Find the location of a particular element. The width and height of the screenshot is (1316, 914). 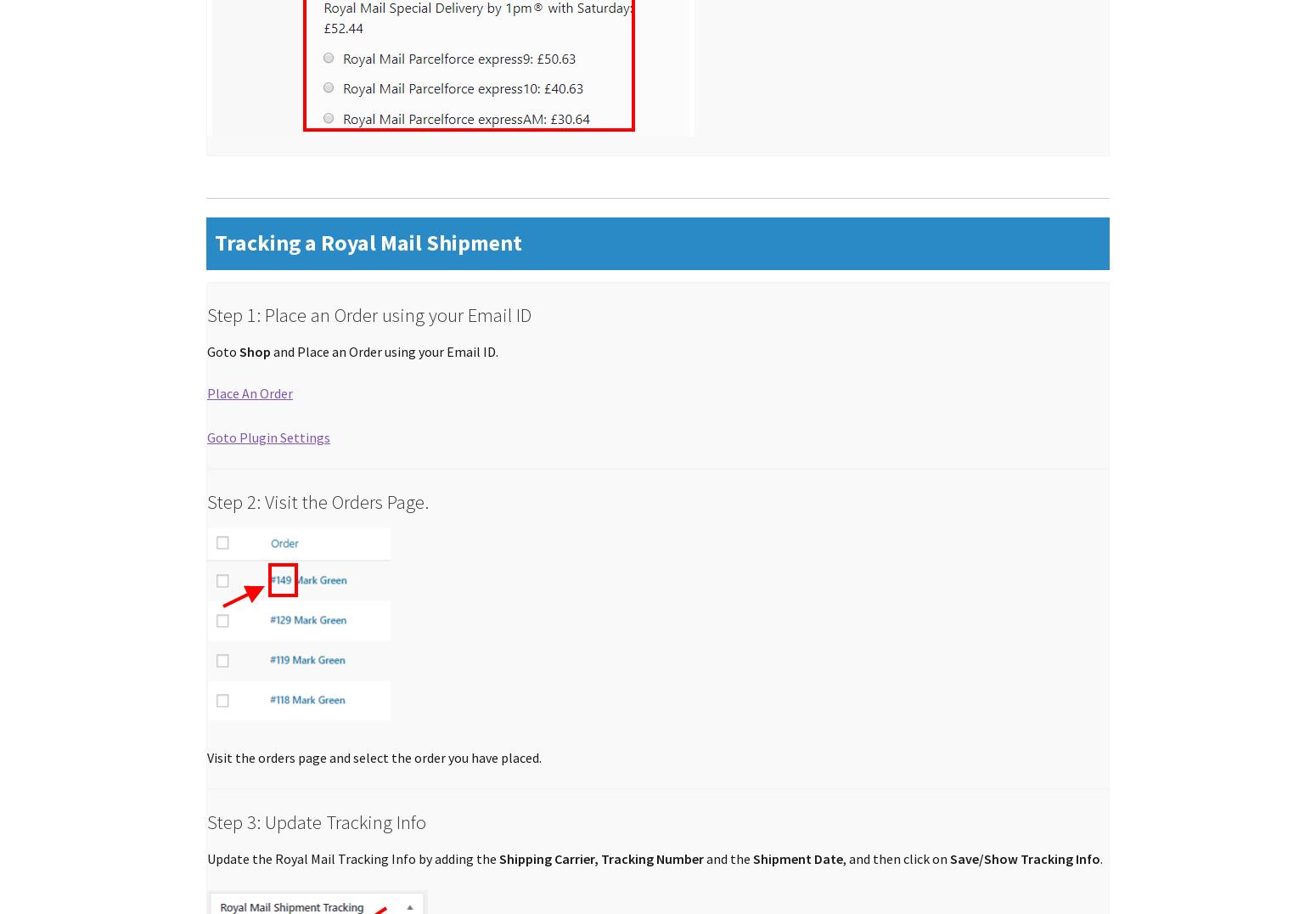

'Update the Royal Mail Tracking Info by adding the' is located at coordinates (353, 858).